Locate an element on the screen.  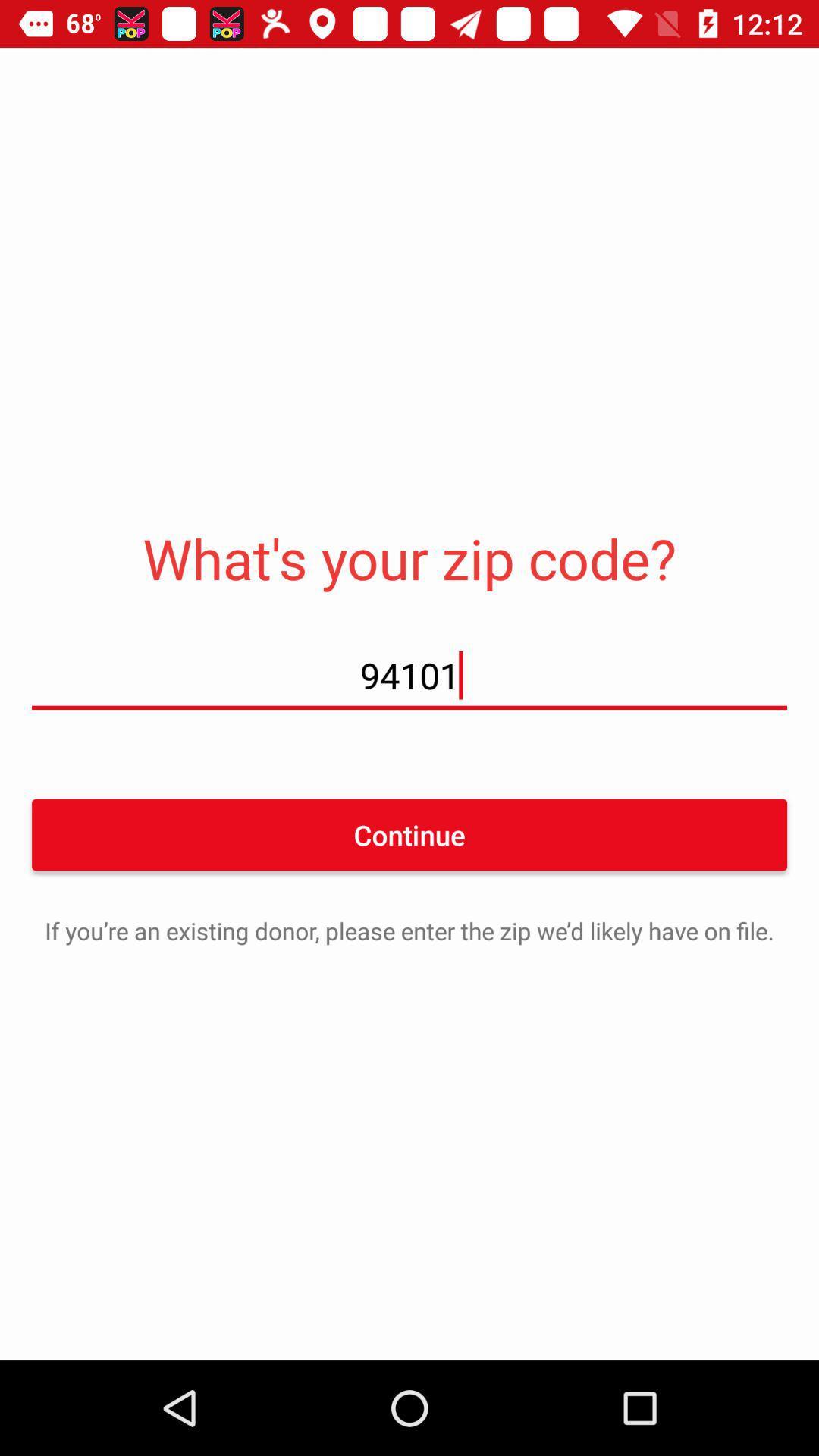
the icon above continue icon is located at coordinates (409, 674).